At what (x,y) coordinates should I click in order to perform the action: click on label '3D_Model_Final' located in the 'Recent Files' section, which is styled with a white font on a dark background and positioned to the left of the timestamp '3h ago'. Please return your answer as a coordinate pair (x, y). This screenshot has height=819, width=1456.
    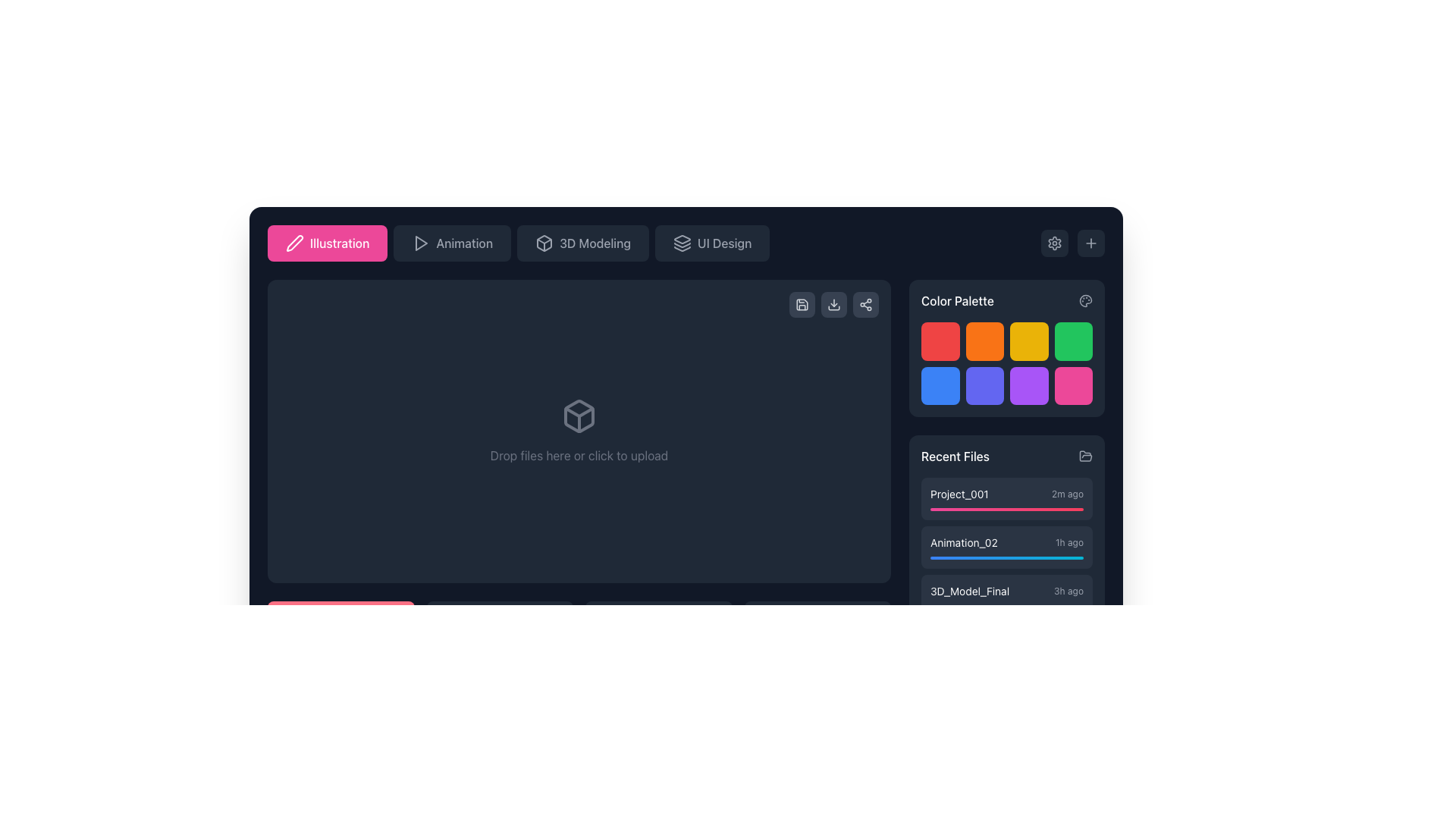
    Looking at the image, I should click on (969, 590).